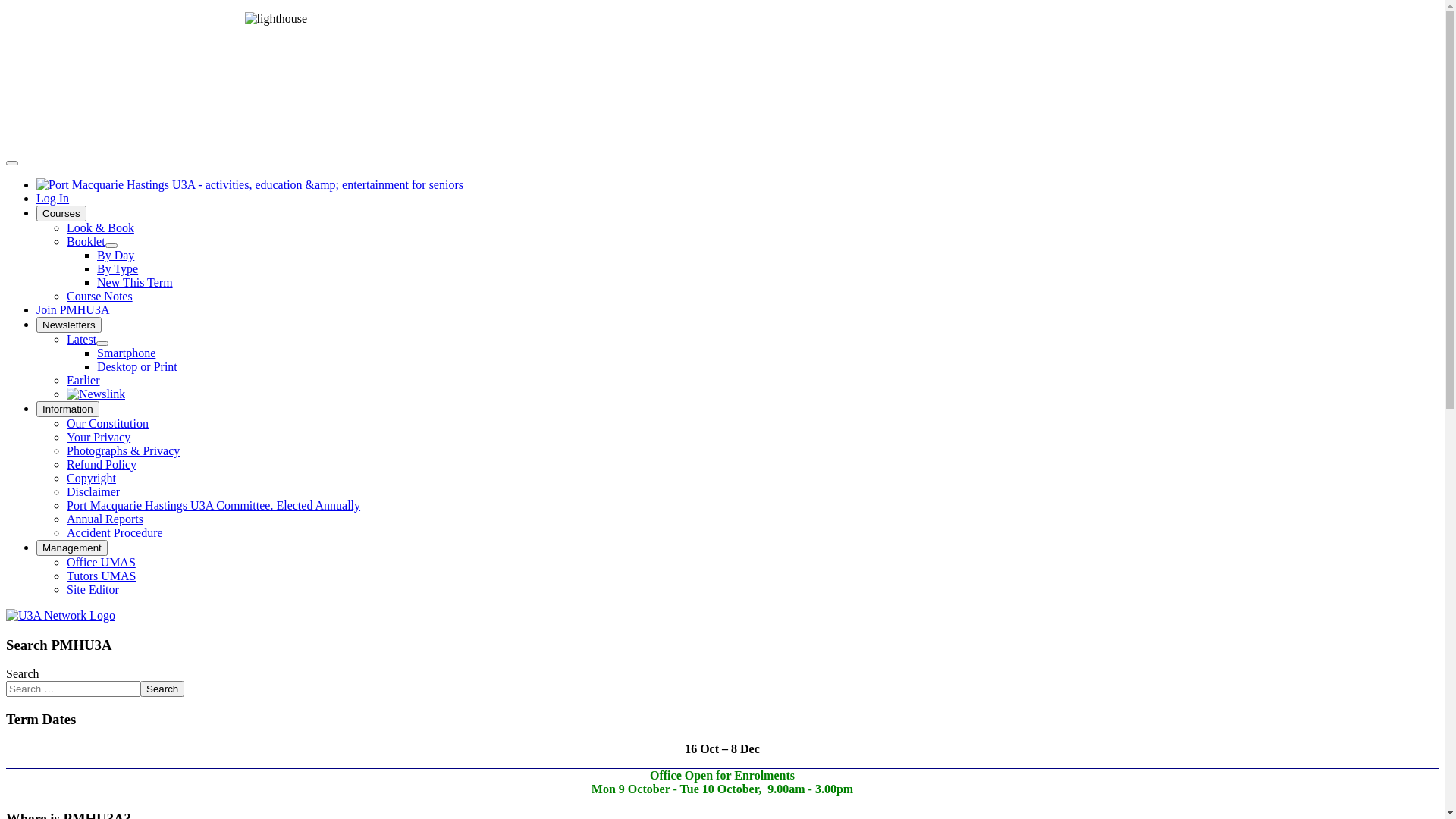  I want to click on 'Course Notes', so click(65, 296).